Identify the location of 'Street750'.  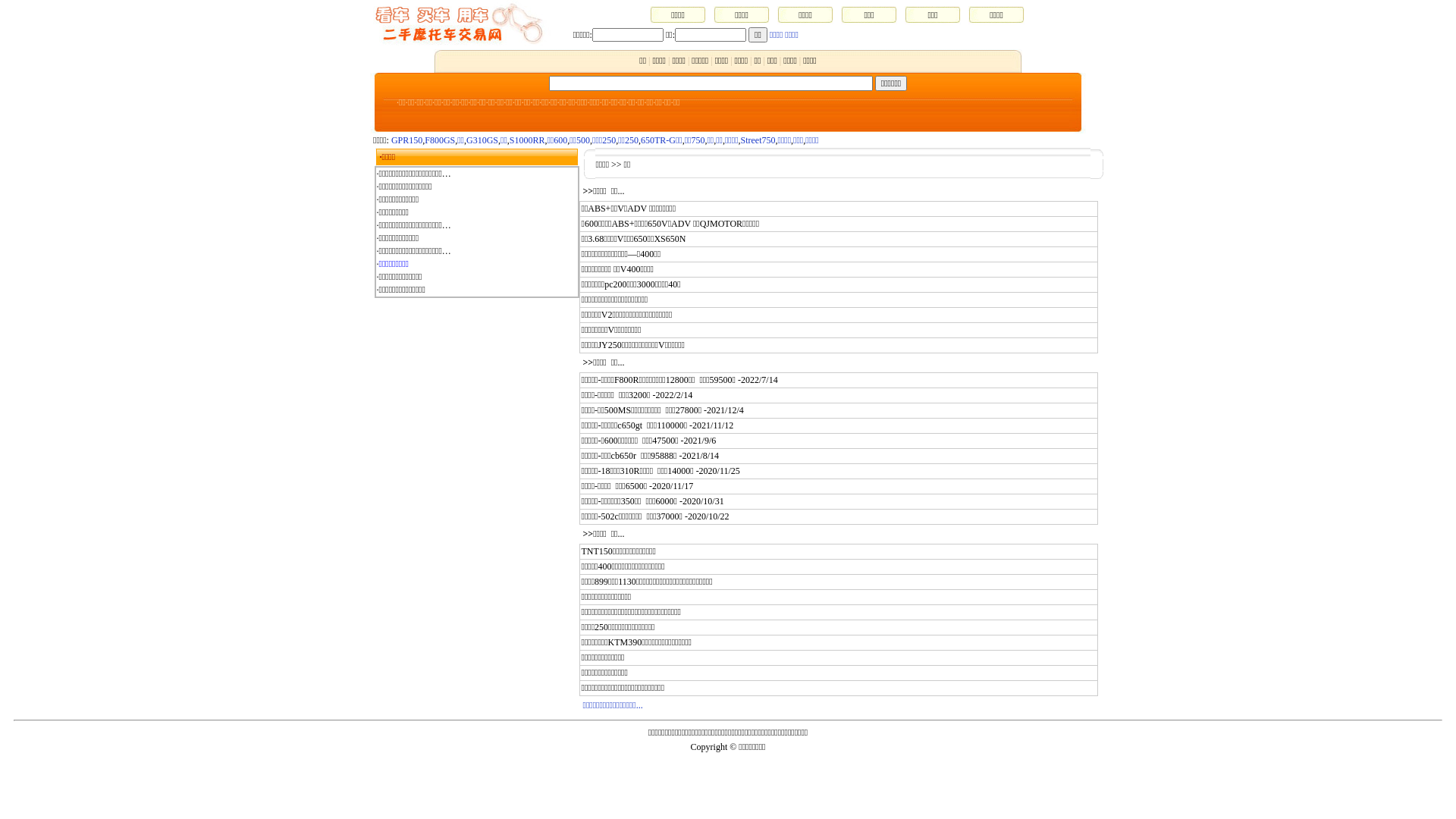
(741, 140).